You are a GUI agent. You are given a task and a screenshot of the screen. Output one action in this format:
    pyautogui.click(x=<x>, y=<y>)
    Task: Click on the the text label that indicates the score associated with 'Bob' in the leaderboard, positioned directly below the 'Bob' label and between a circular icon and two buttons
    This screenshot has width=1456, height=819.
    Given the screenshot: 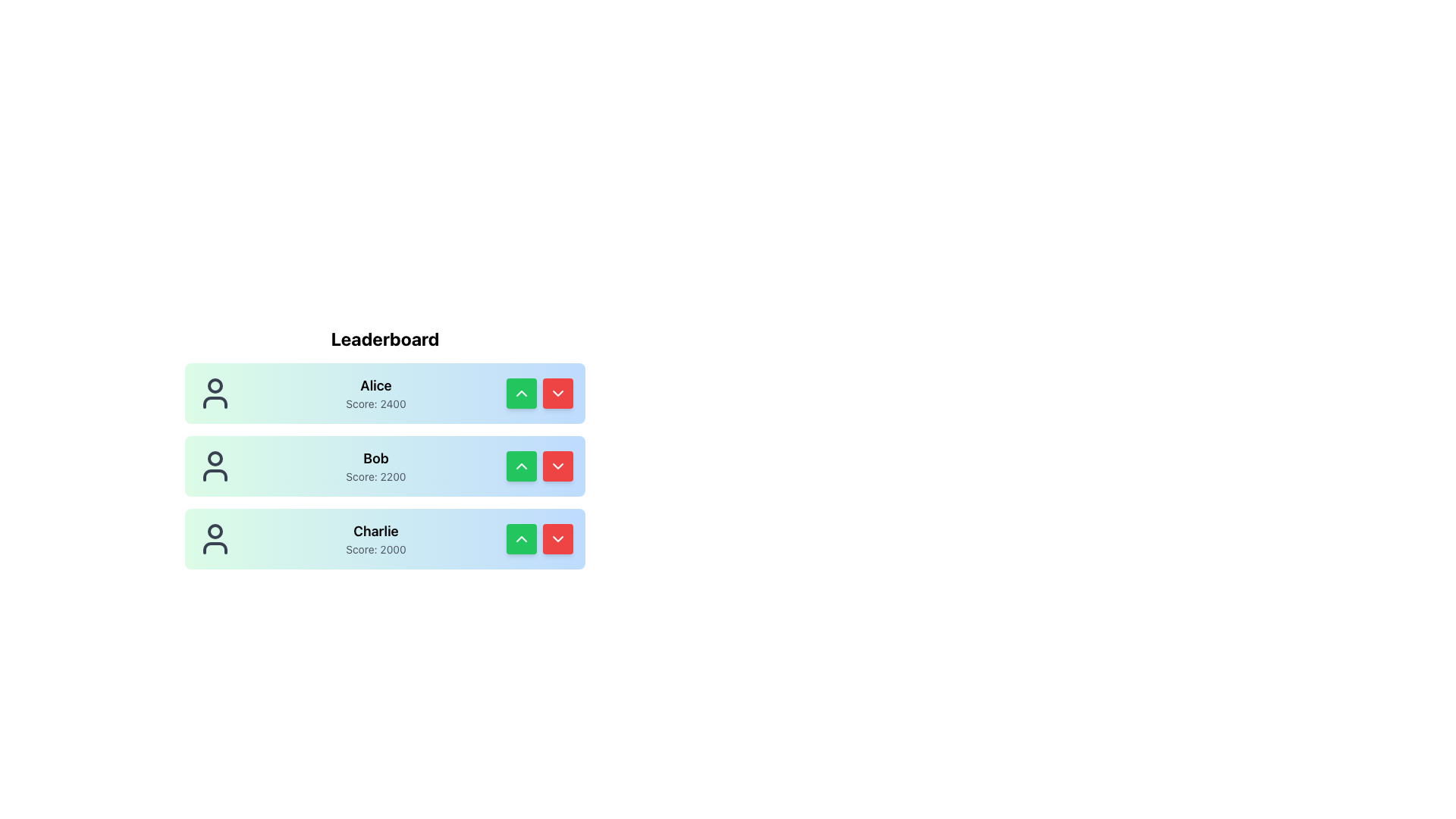 What is the action you would take?
    pyautogui.click(x=375, y=475)
    